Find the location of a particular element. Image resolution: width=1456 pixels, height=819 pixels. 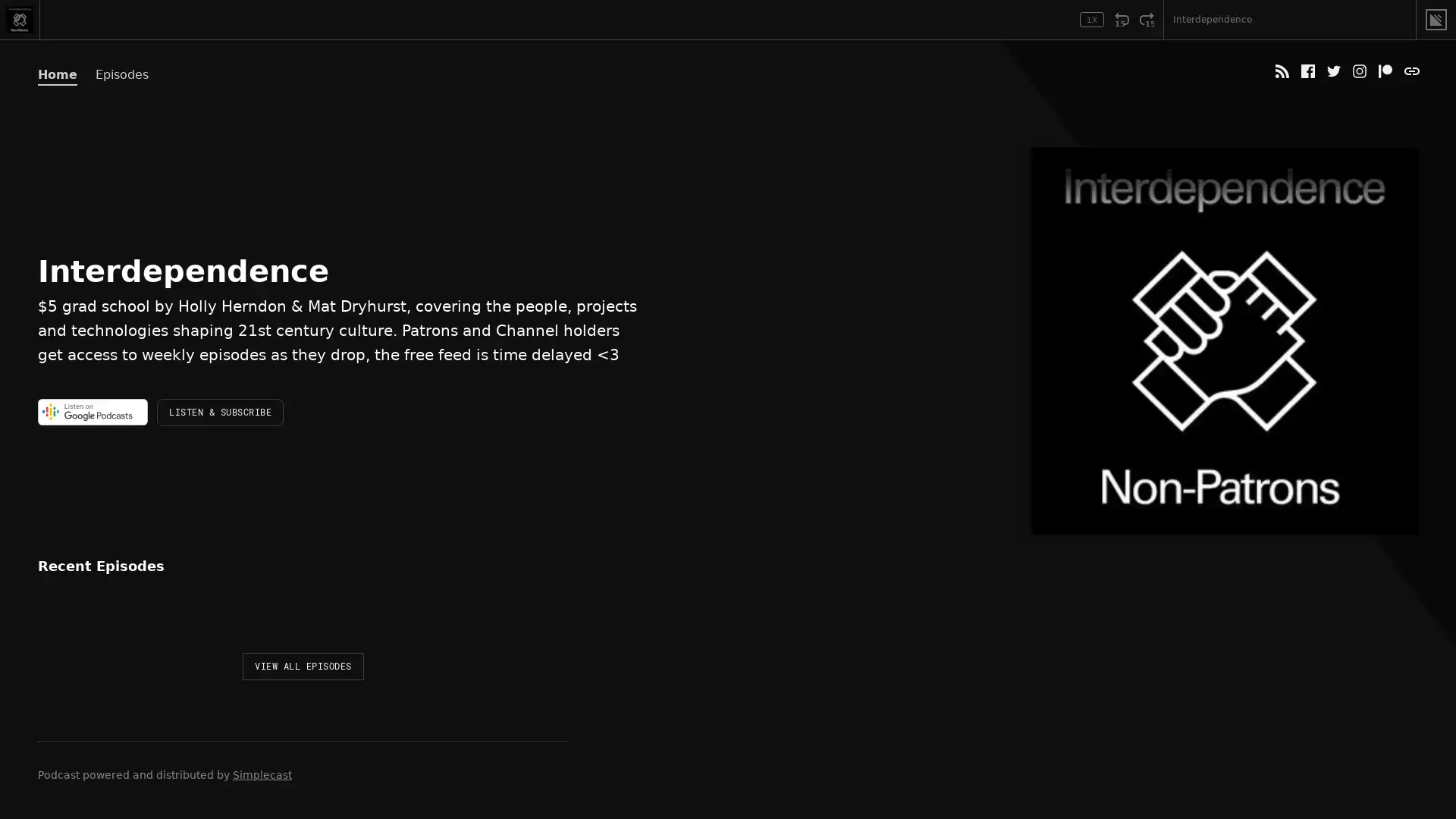

LISTEN & SUBSCRIBE is located at coordinates (219, 412).